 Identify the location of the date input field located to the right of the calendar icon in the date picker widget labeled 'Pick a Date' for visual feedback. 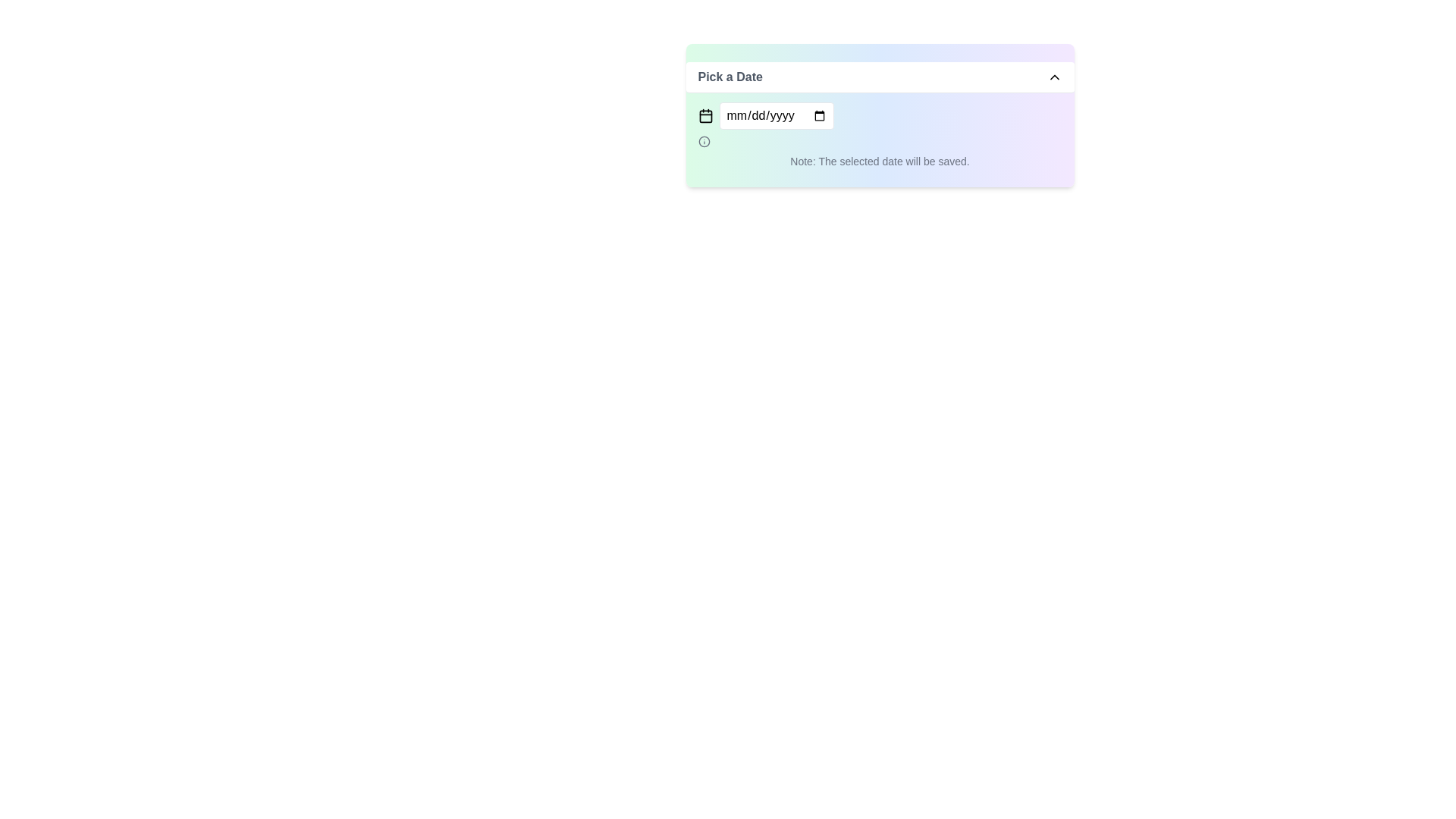
(776, 115).